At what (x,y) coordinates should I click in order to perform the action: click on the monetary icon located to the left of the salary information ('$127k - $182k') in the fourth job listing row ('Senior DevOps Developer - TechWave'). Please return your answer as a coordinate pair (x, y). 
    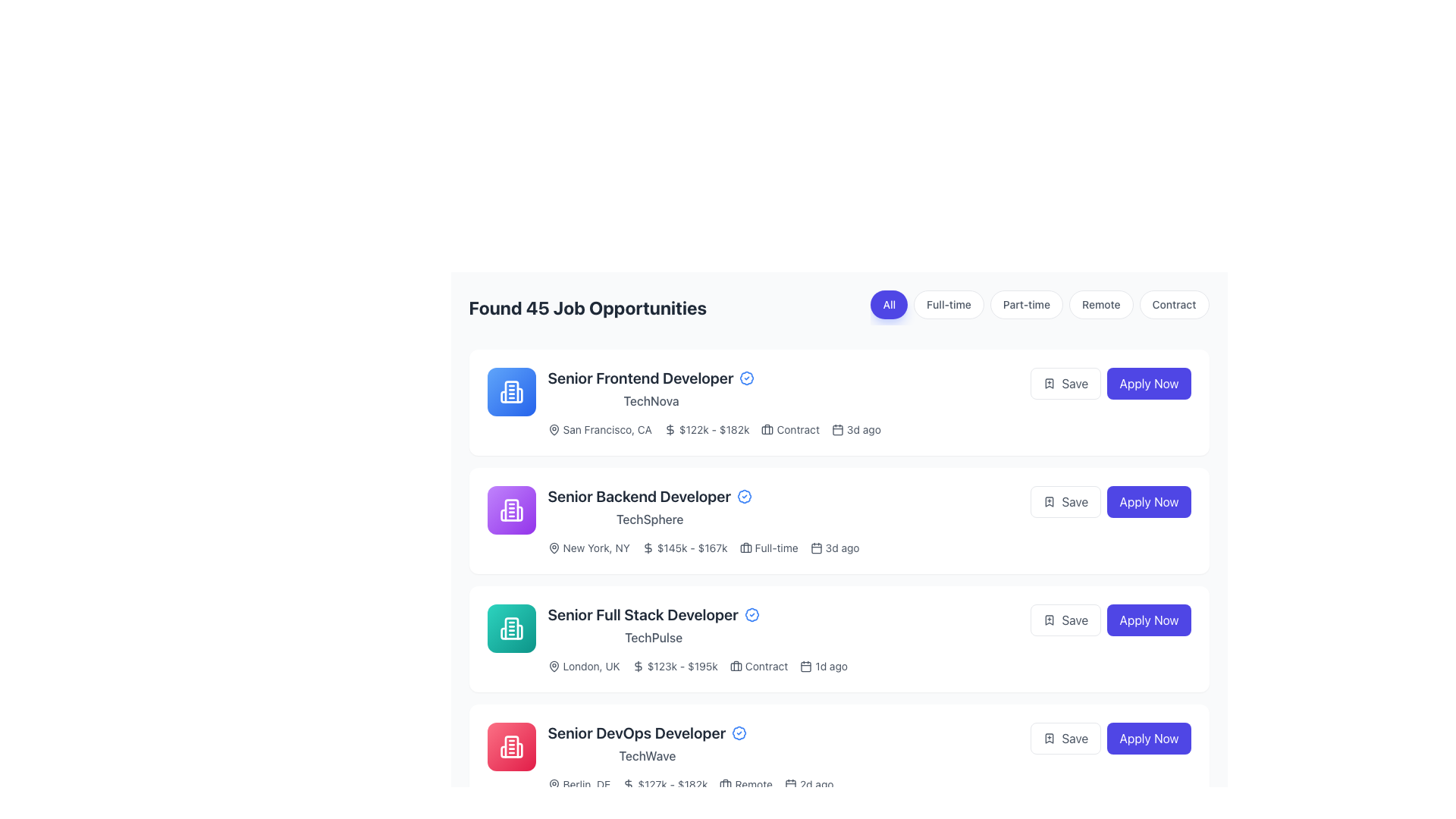
    Looking at the image, I should click on (629, 784).